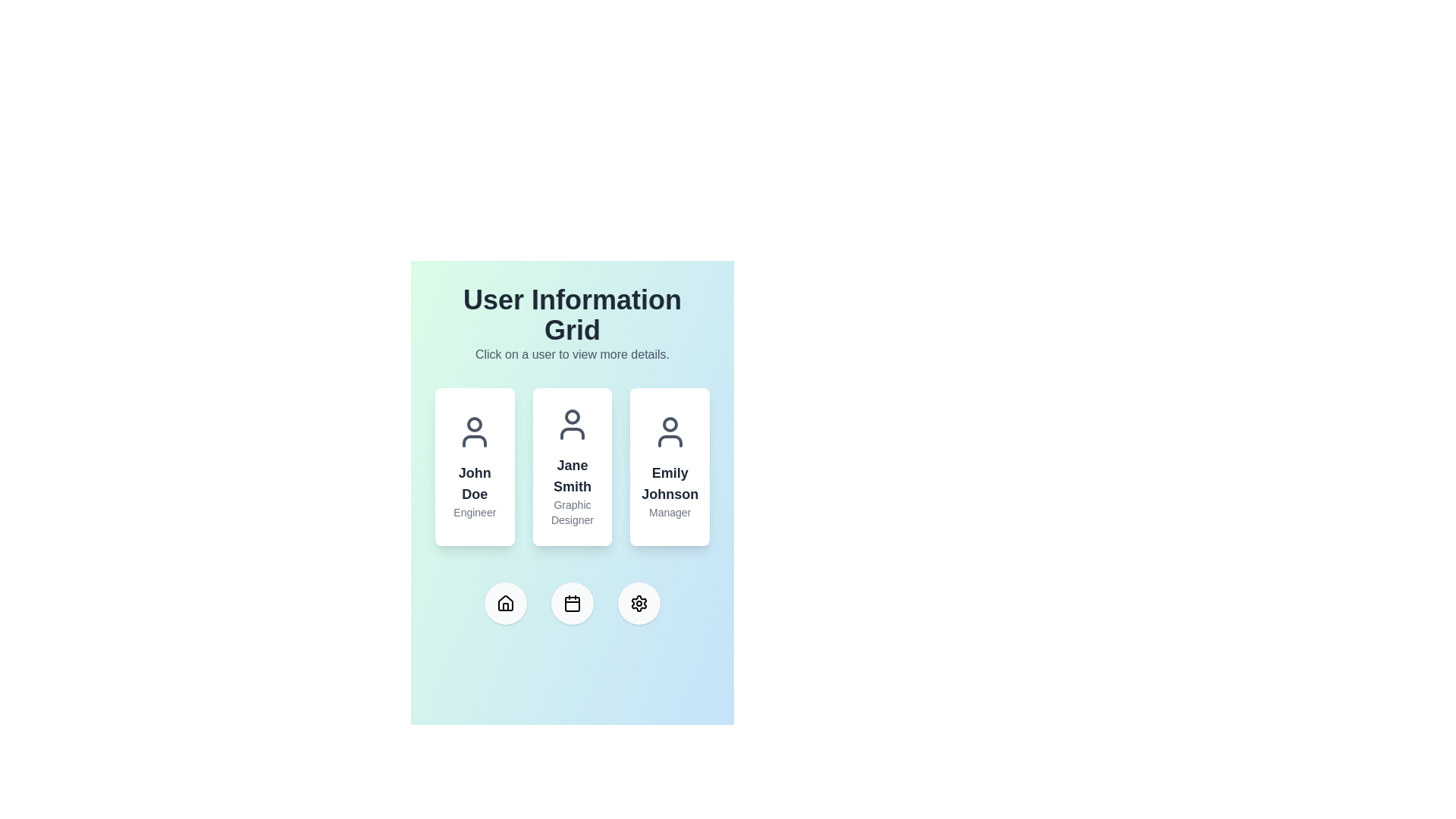  I want to click on the third circular button at the bottom of the interface, so click(639, 602).